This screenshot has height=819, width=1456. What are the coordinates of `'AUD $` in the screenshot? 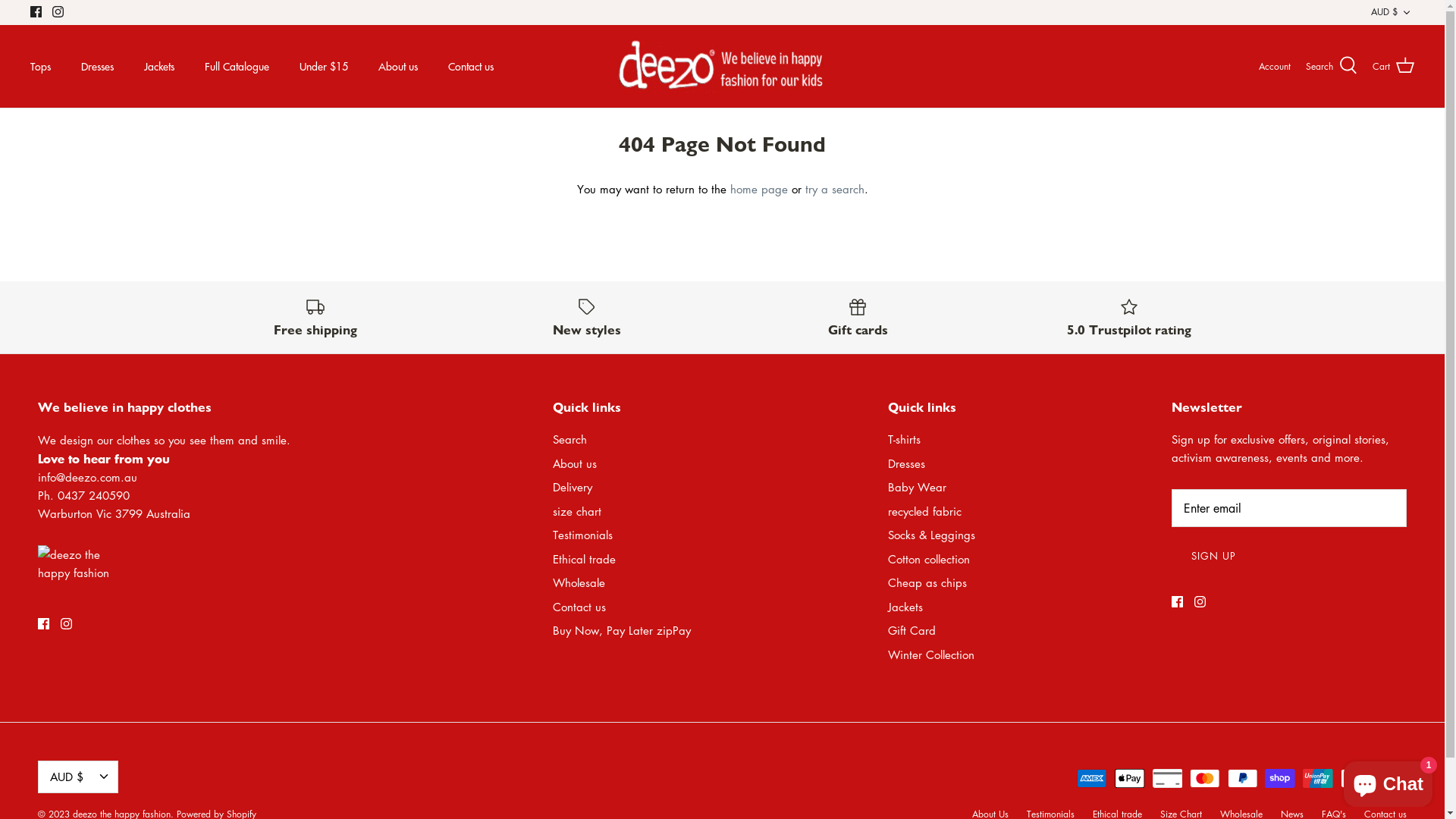 It's located at (1371, 12).